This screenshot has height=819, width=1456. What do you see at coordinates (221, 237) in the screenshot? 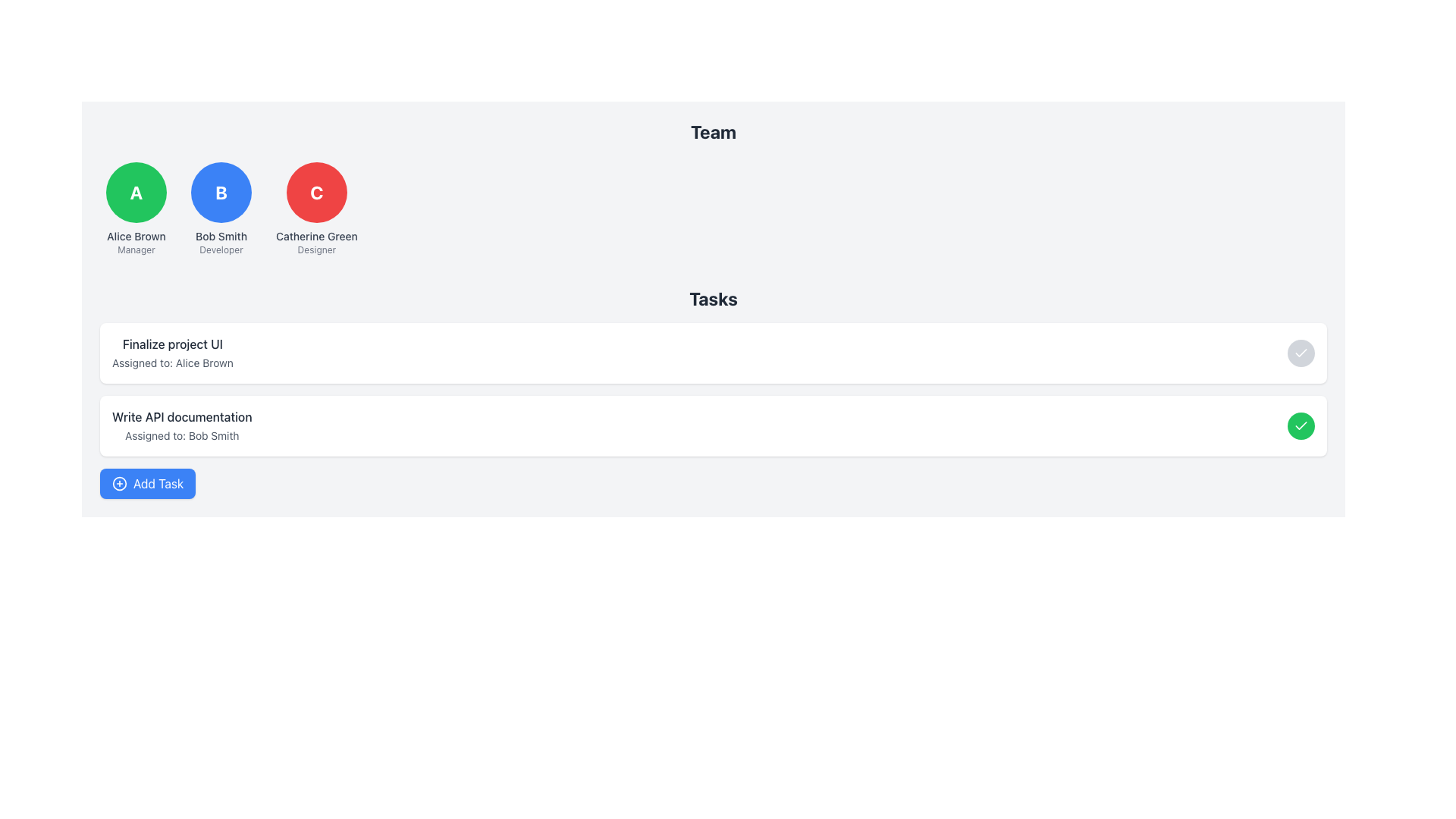
I see `text label that represents the name of an individual, located below the circular avatar marked with 'B' and above the text label 'Developer'` at bounding box center [221, 237].